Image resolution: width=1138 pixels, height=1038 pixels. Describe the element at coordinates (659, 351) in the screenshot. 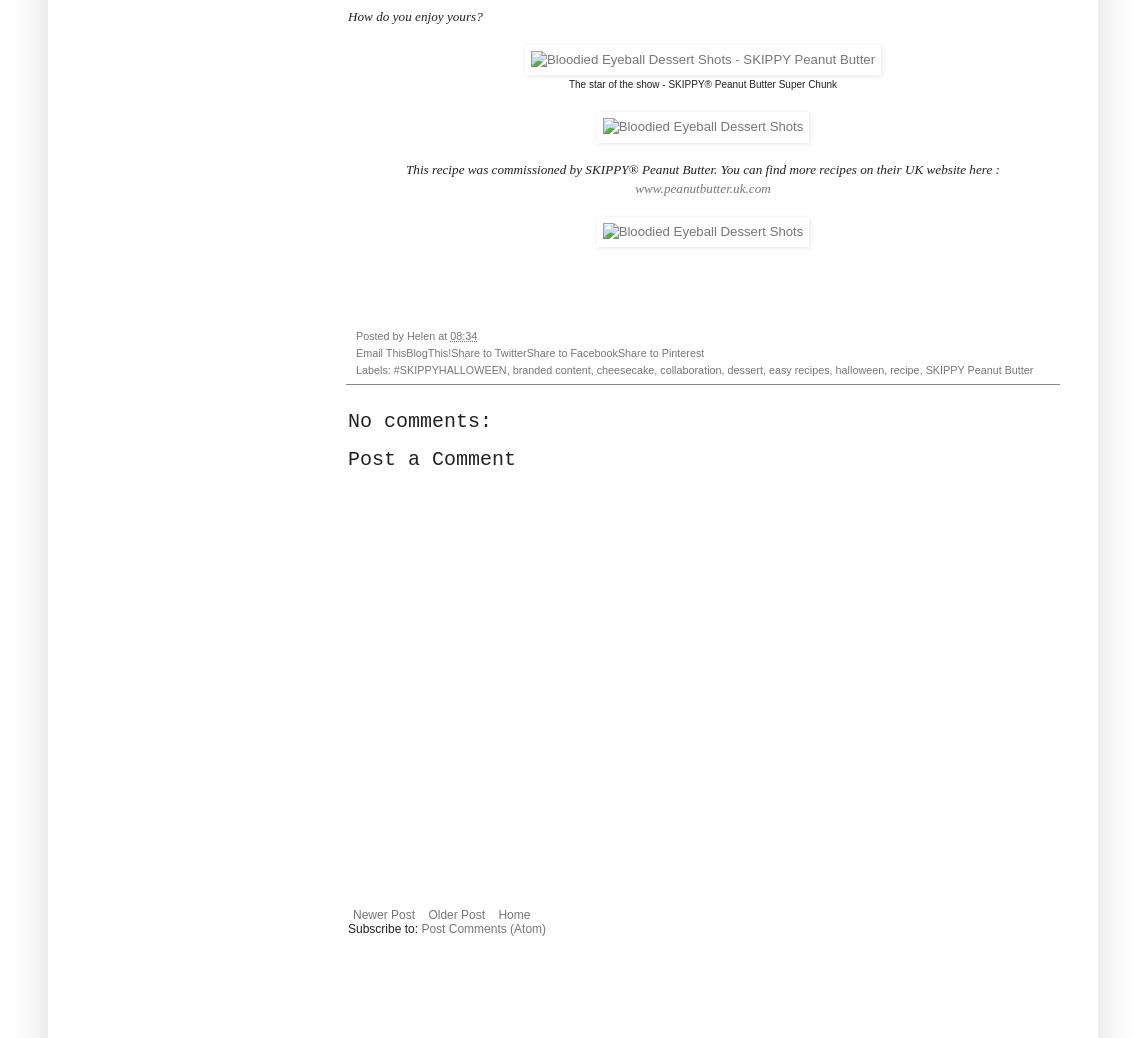

I see `'Share to Pinterest'` at that location.